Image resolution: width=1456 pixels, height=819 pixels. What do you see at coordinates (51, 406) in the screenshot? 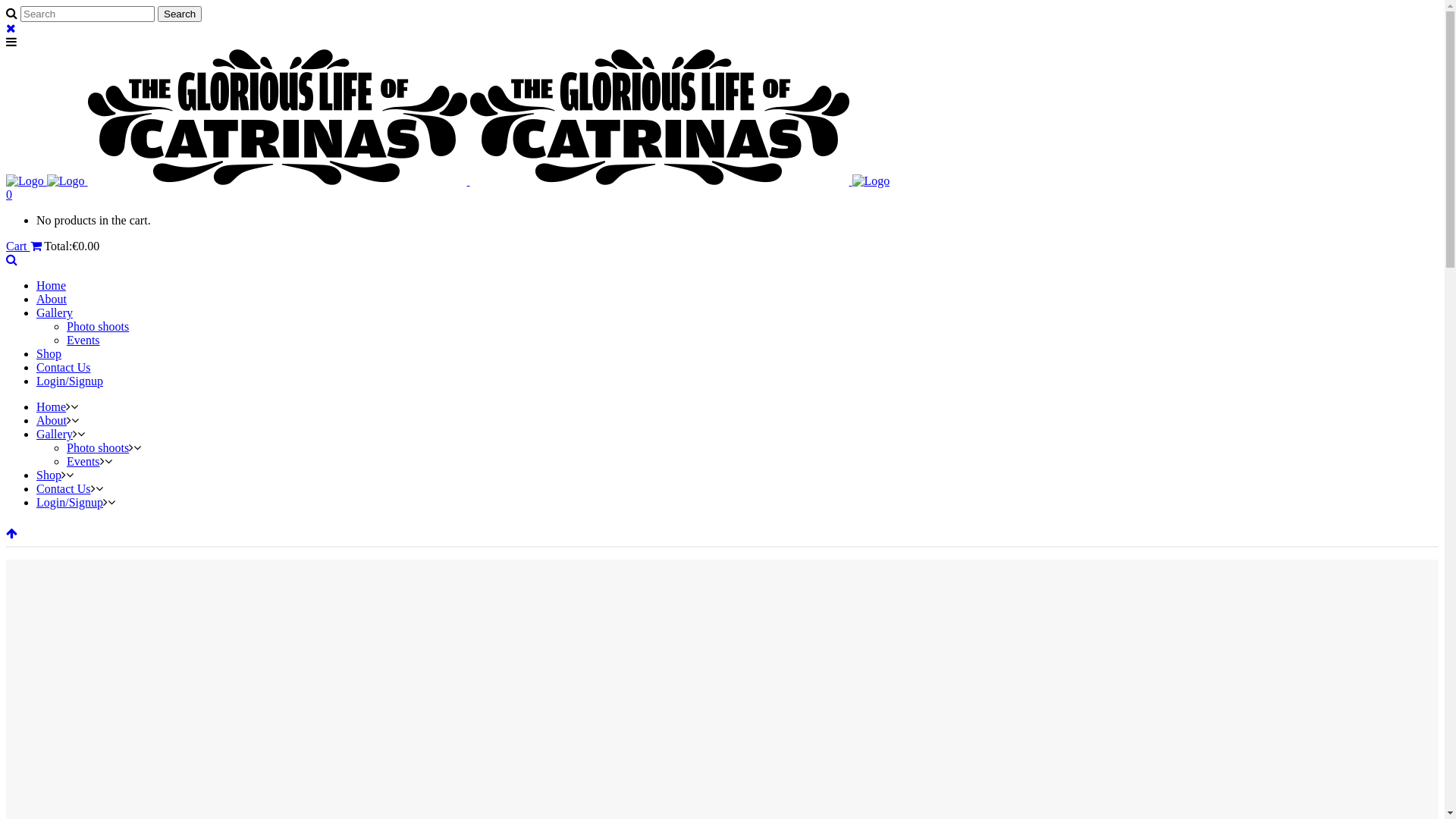
I see `'Home'` at bounding box center [51, 406].